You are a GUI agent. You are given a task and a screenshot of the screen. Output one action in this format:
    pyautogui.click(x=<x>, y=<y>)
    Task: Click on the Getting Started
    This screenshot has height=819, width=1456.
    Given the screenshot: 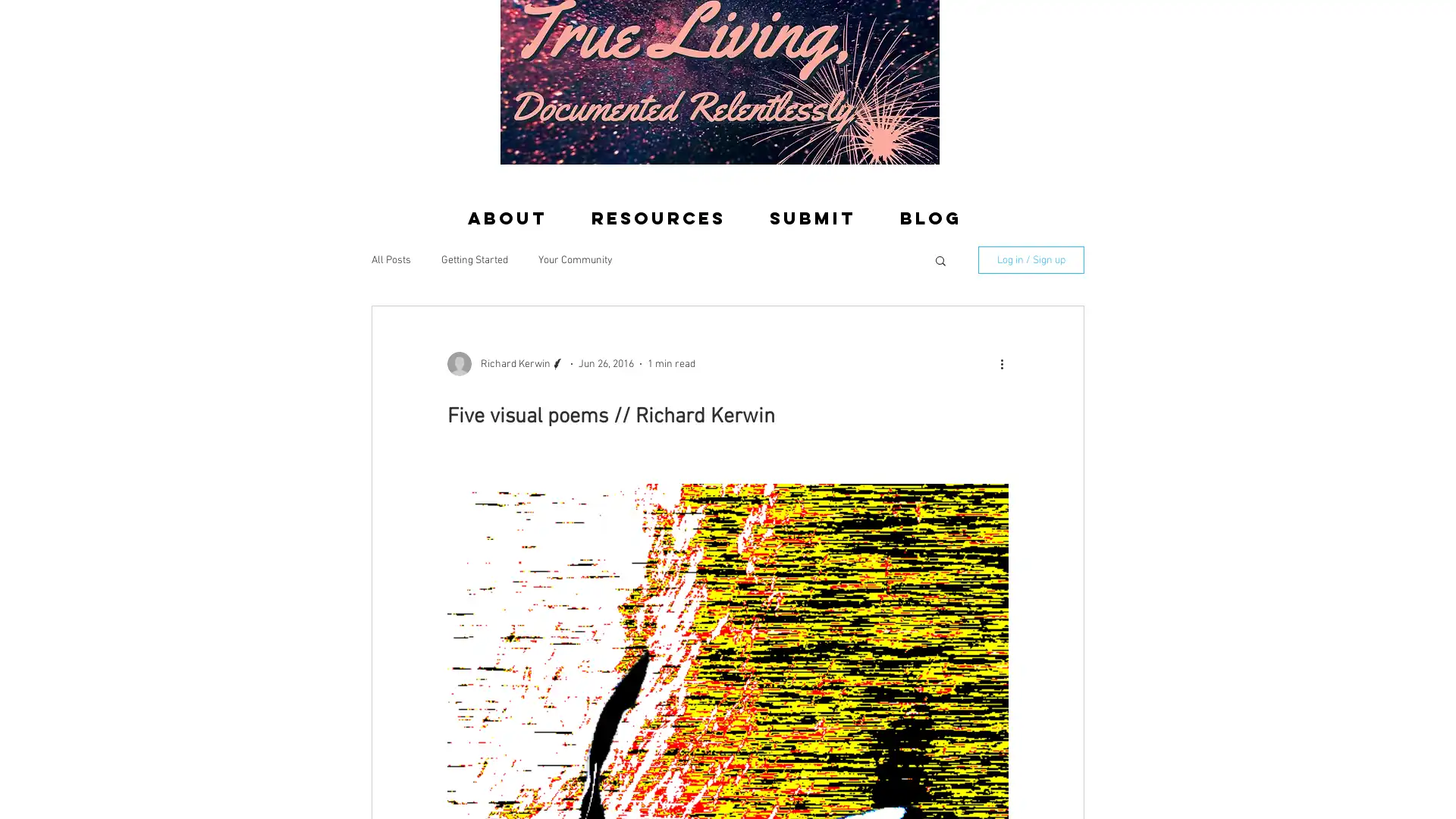 What is the action you would take?
    pyautogui.click(x=473, y=259)
    